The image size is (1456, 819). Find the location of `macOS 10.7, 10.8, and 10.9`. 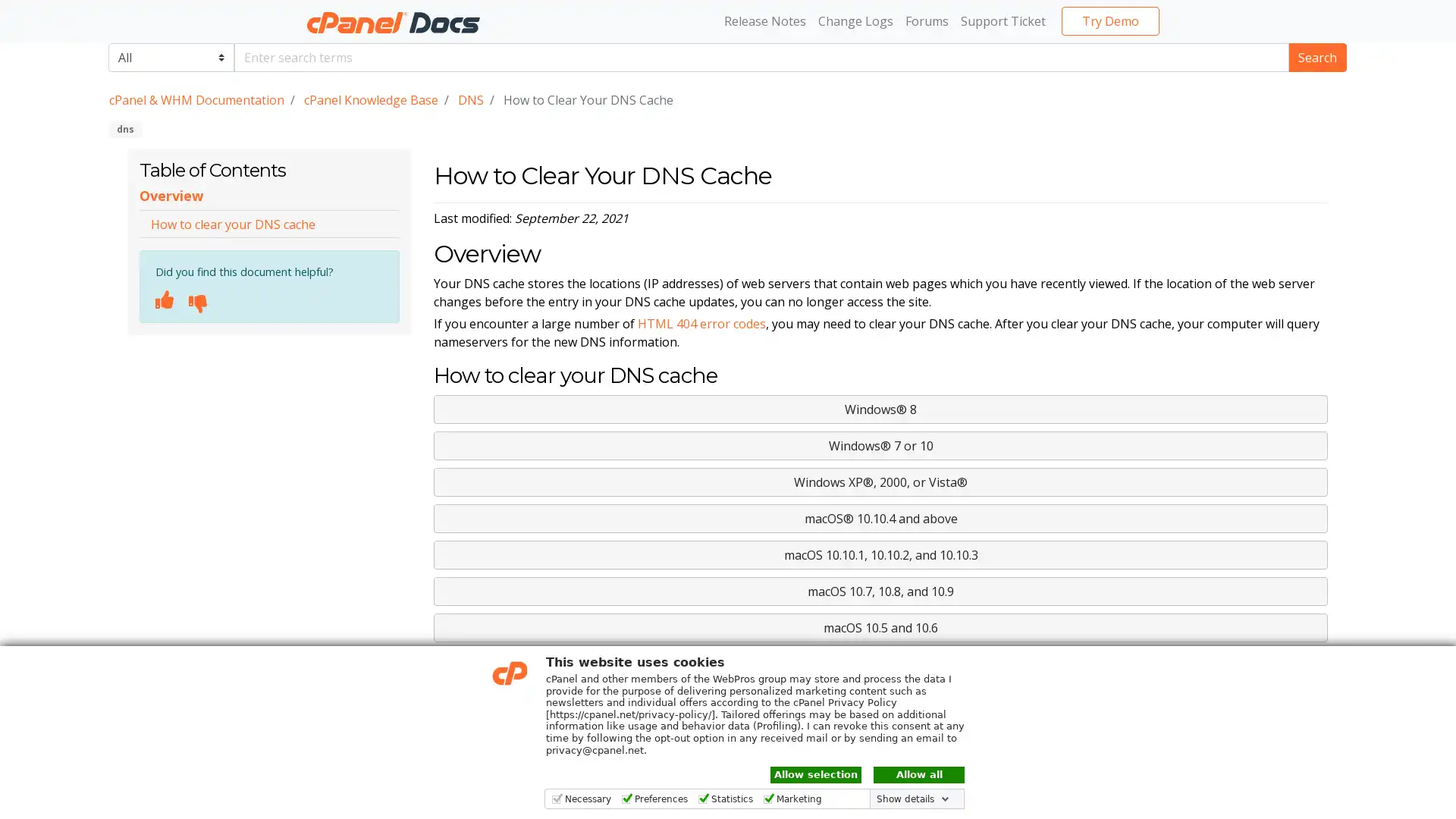

macOS 10.7, 10.8, and 10.9 is located at coordinates (880, 590).